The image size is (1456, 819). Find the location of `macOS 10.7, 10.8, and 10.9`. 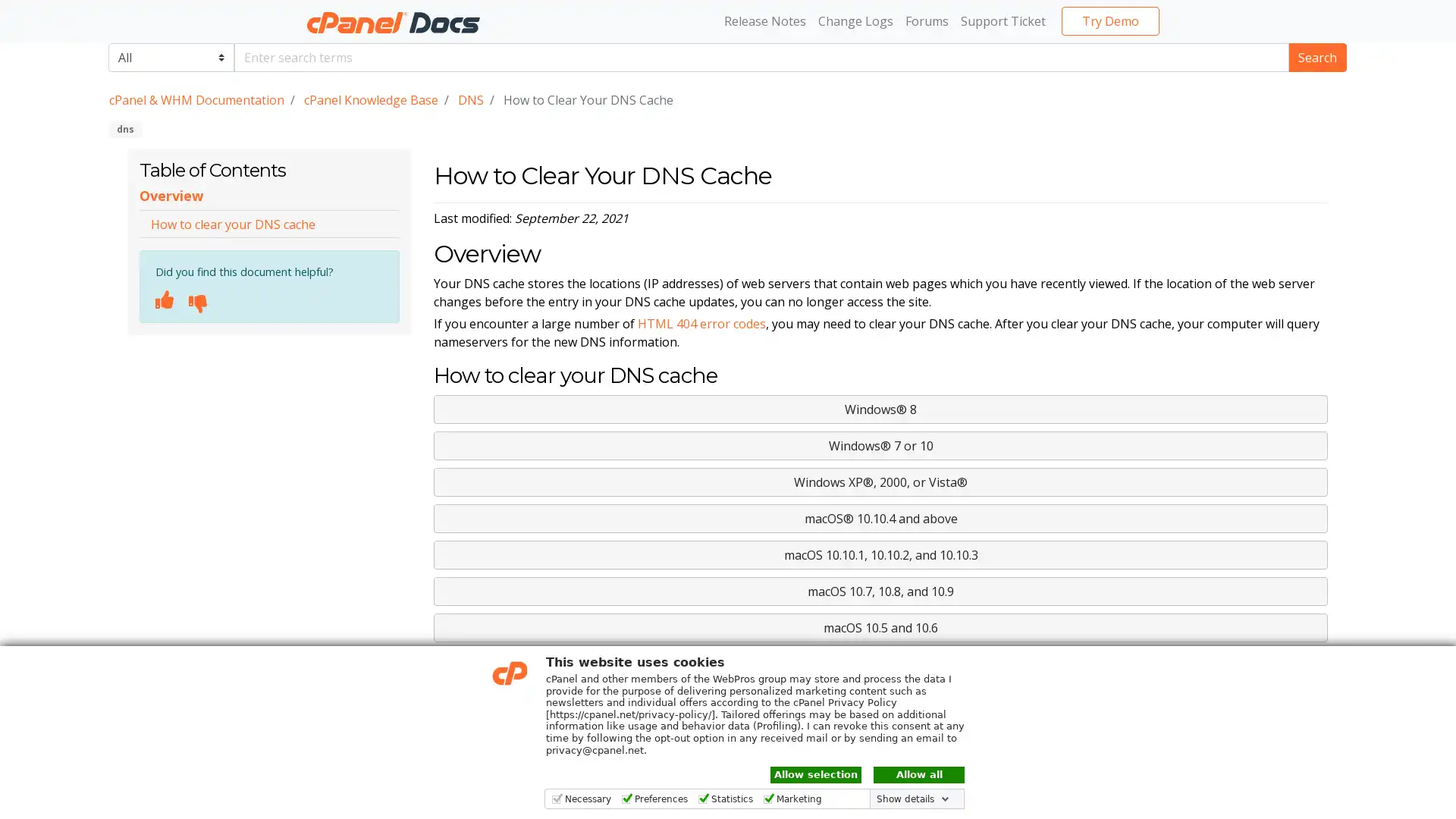

macOS 10.7, 10.8, and 10.9 is located at coordinates (880, 590).